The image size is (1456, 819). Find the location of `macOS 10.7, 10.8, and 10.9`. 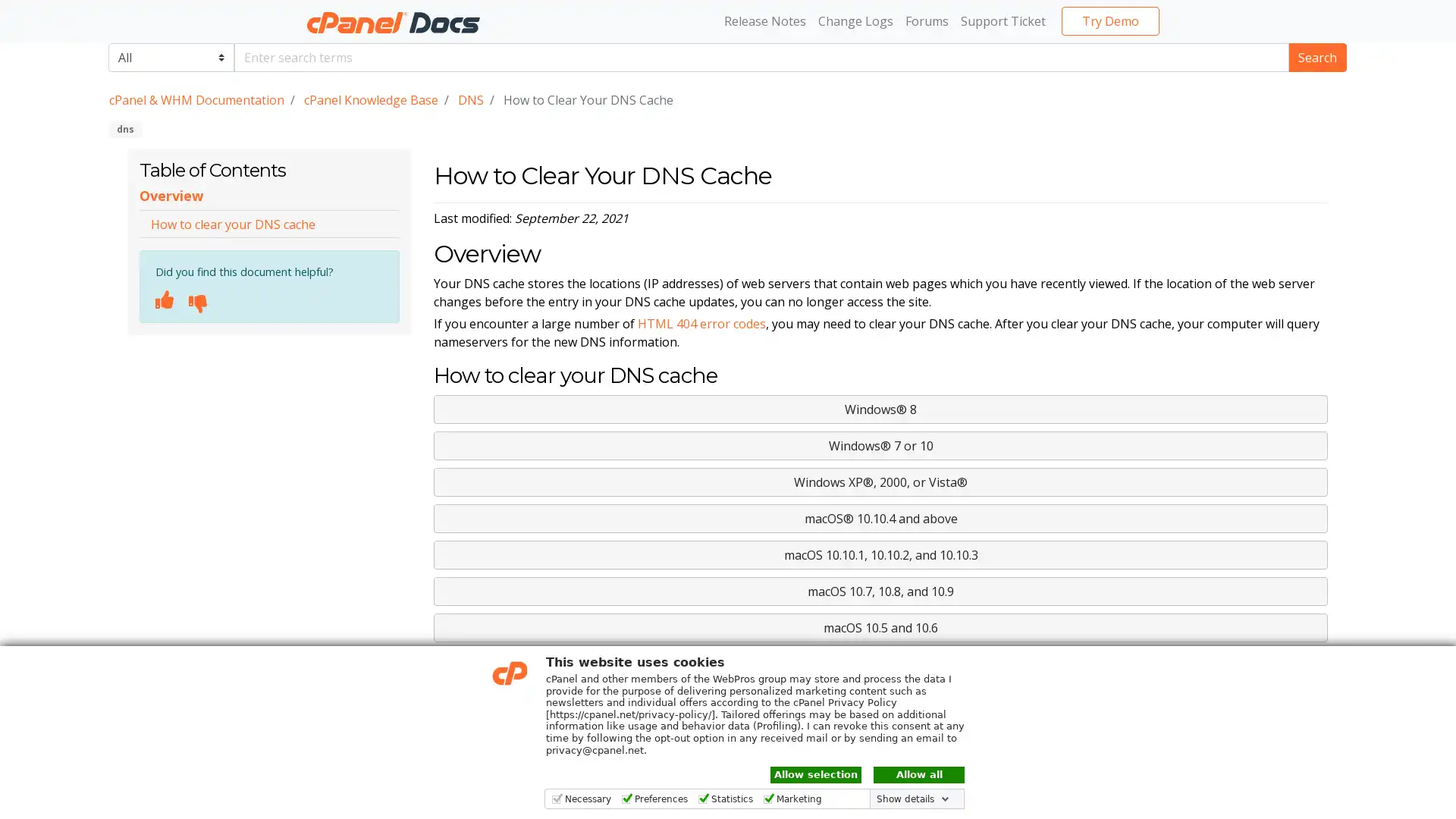

macOS 10.7, 10.8, and 10.9 is located at coordinates (880, 590).